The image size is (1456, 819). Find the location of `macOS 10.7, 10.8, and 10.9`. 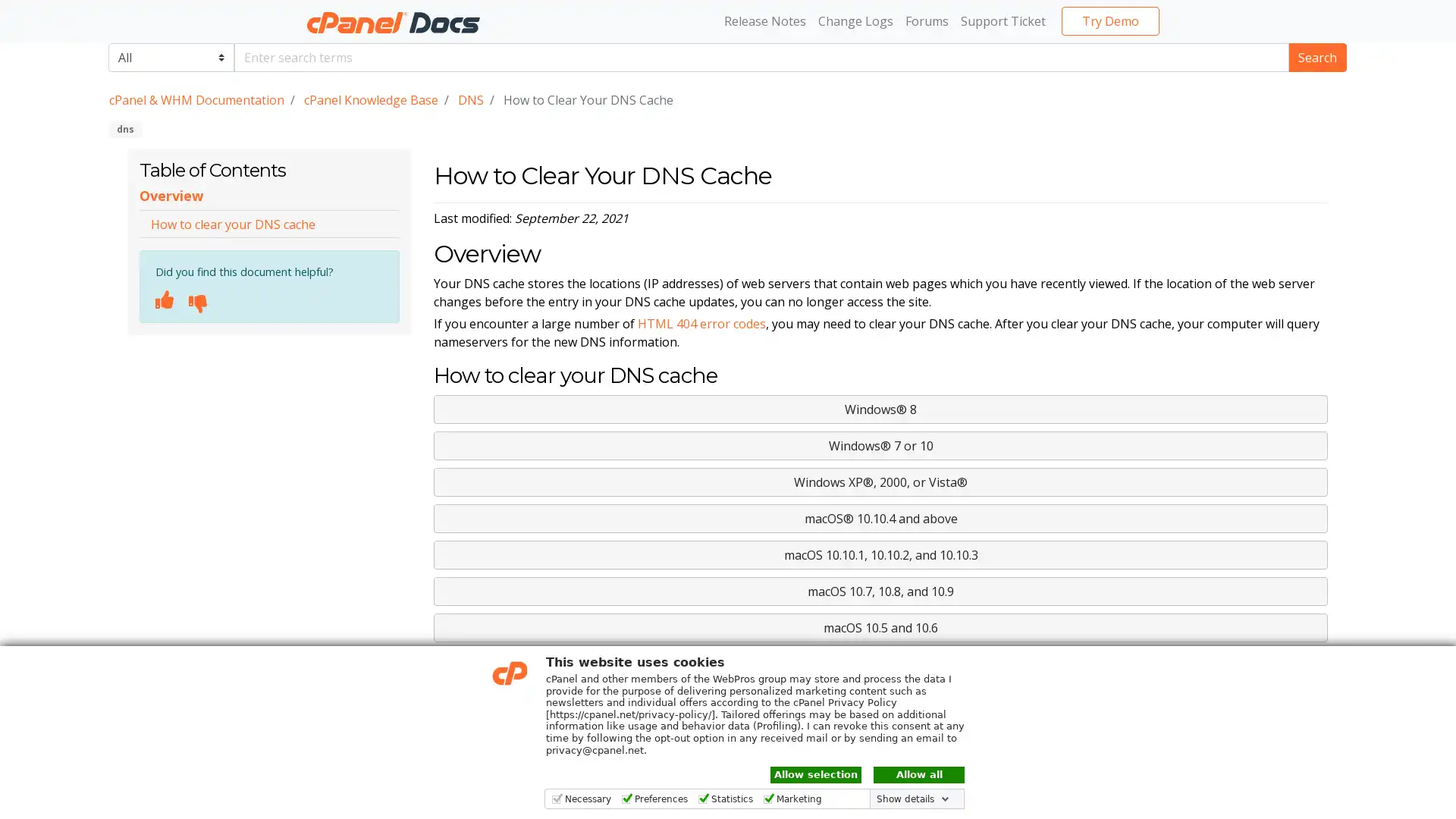

macOS 10.7, 10.8, and 10.9 is located at coordinates (880, 590).